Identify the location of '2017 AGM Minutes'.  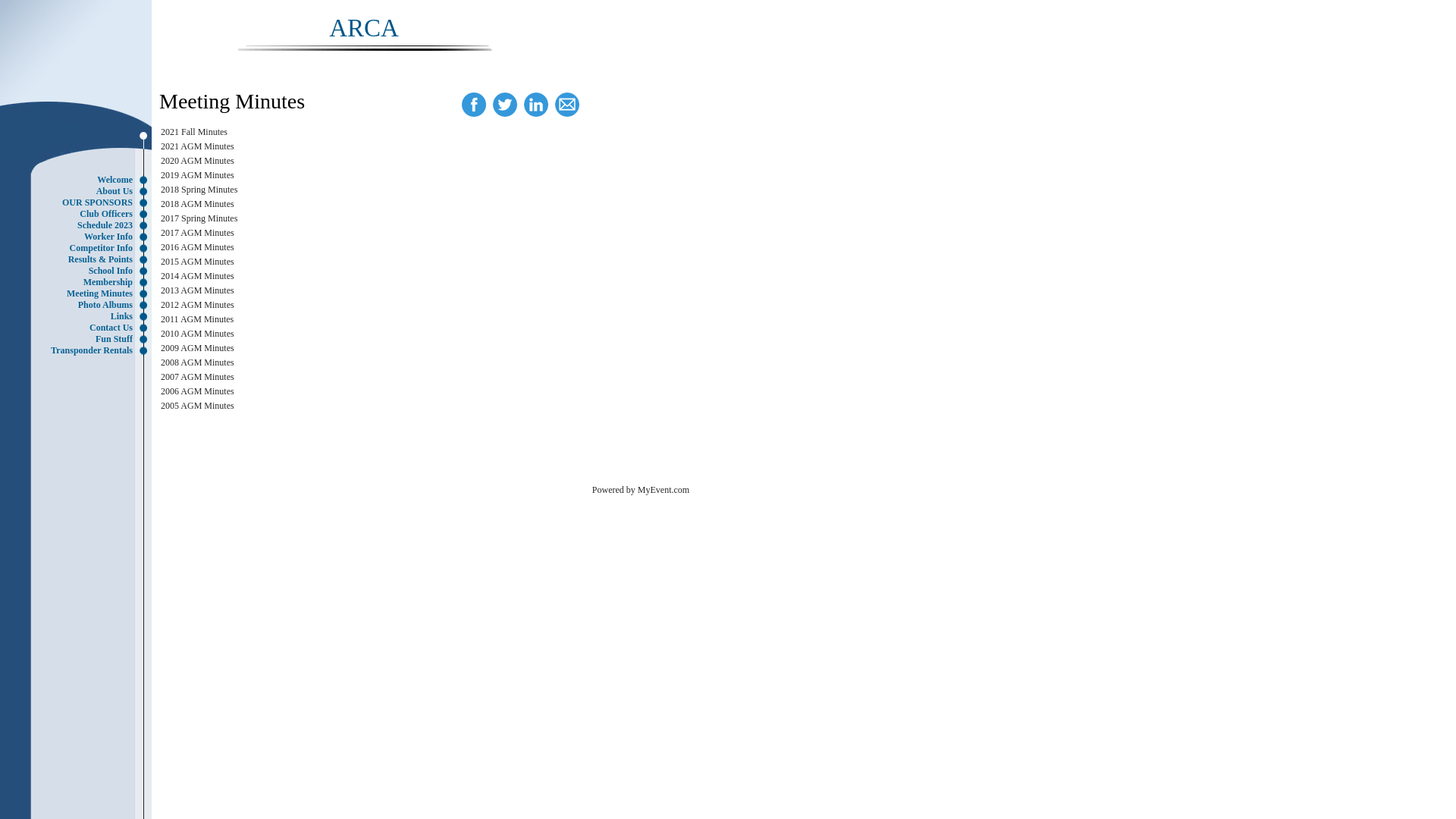
(196, 233).